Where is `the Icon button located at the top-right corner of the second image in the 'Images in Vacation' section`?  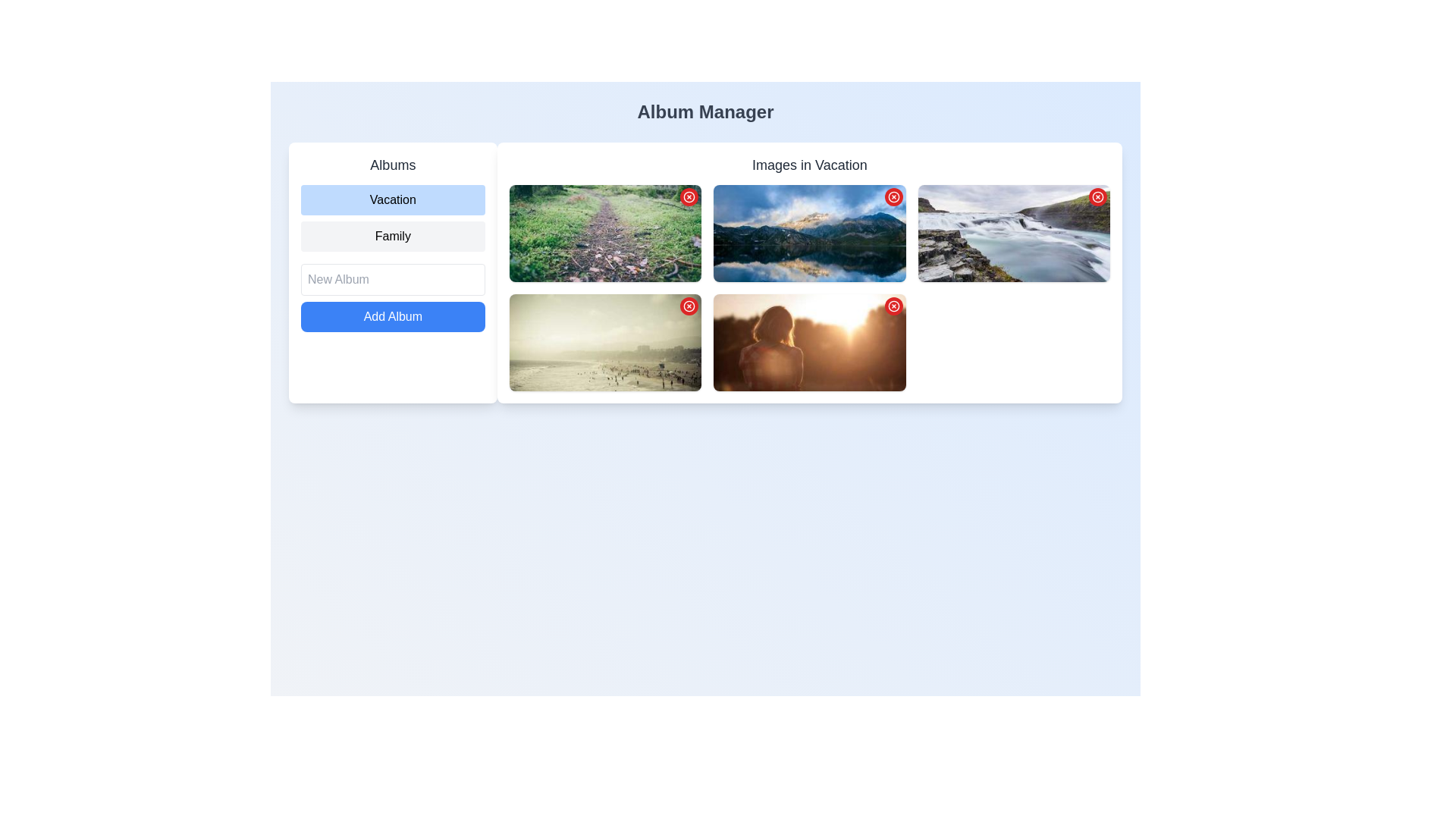
the Icon button located at the top-right corner of the second image in the 'Images in Vacation' section is located at coordinates (893, 196).